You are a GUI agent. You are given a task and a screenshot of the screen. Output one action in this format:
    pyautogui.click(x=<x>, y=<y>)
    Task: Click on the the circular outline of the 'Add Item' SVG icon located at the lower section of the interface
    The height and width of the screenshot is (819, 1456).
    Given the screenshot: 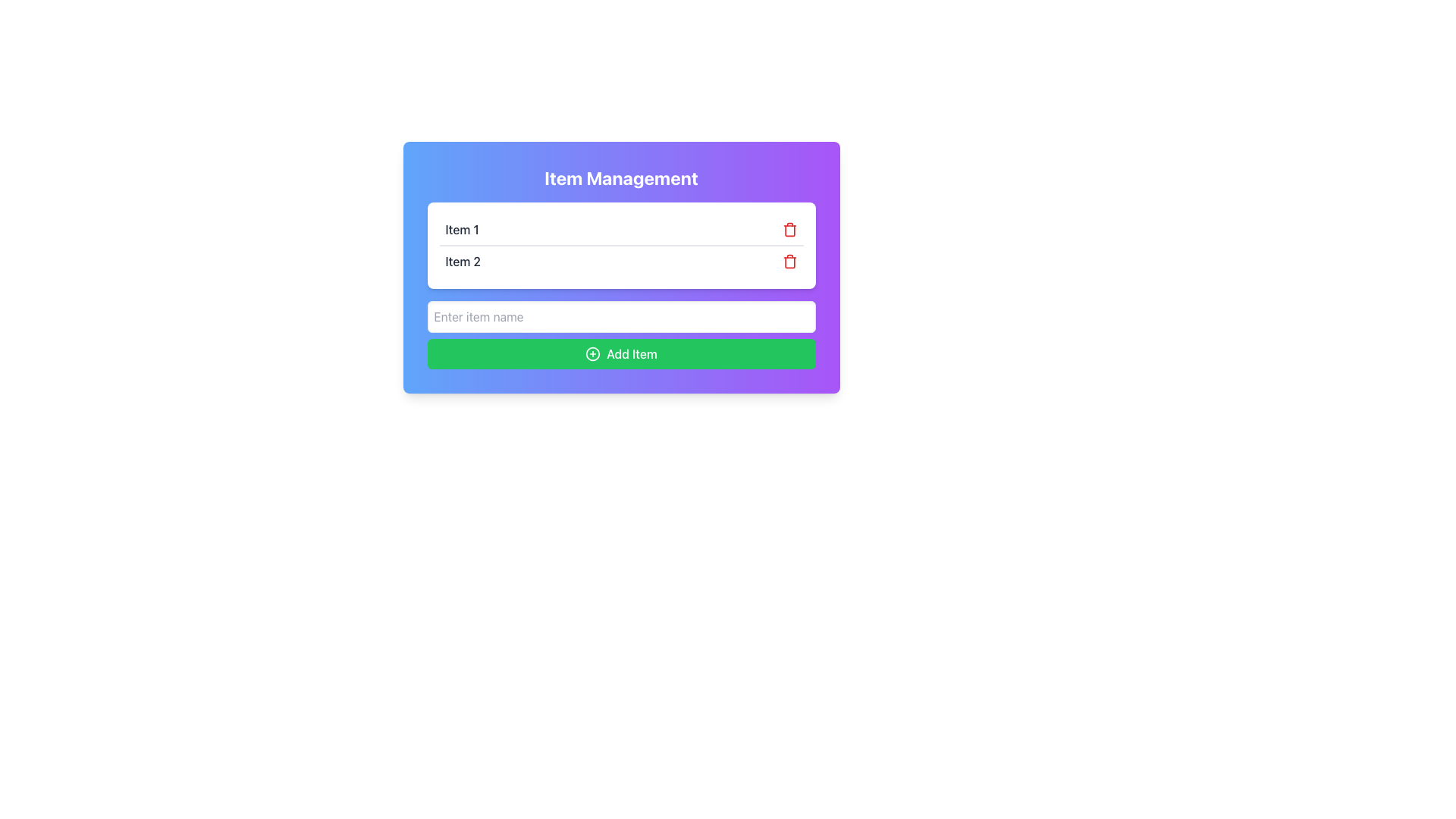 What is the action you would take?
    pyautogui.click(x=592, y=353)
    